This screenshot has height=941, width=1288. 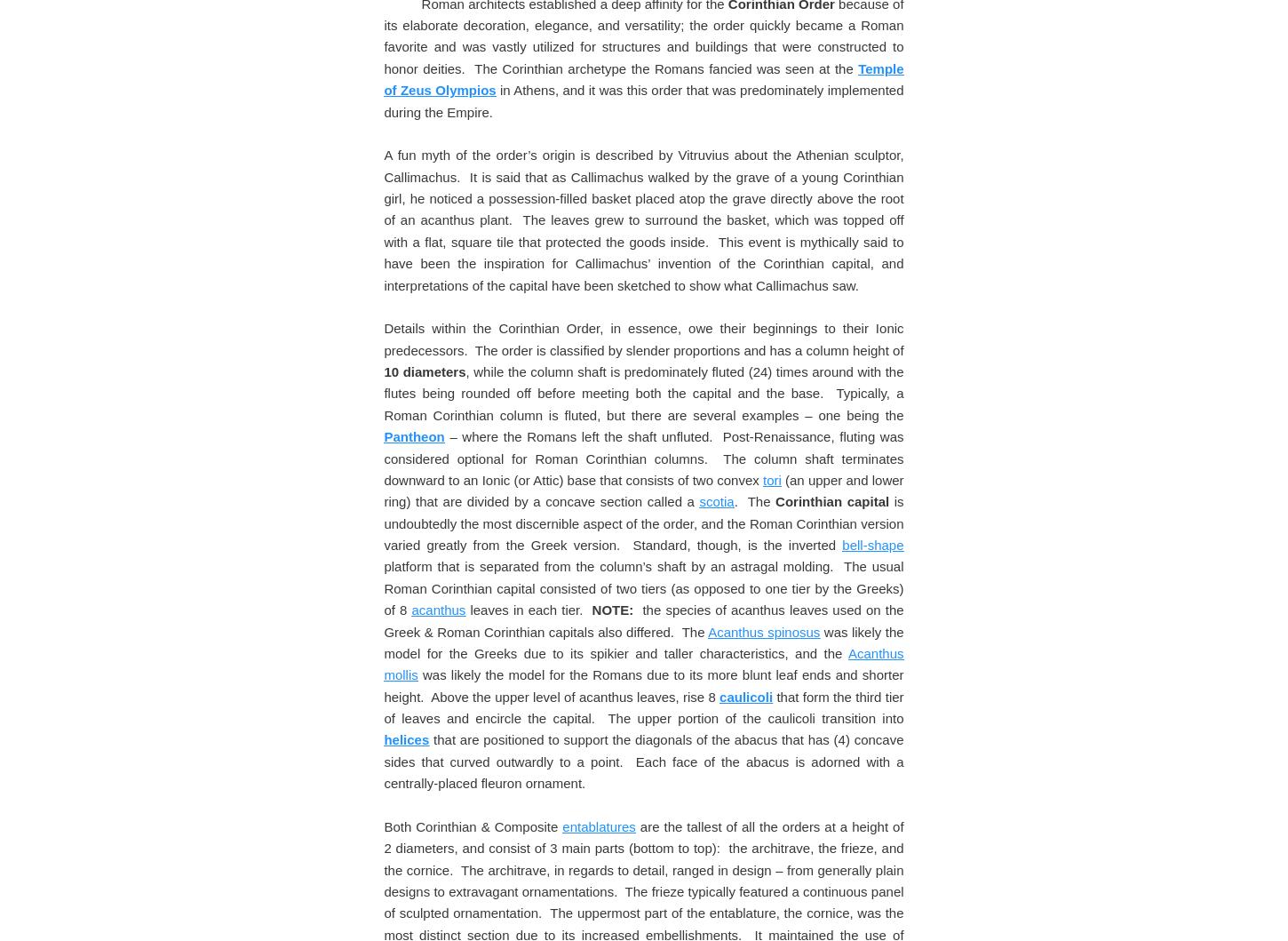 I want to click on 'cymatium', so click(x=656, y=274).